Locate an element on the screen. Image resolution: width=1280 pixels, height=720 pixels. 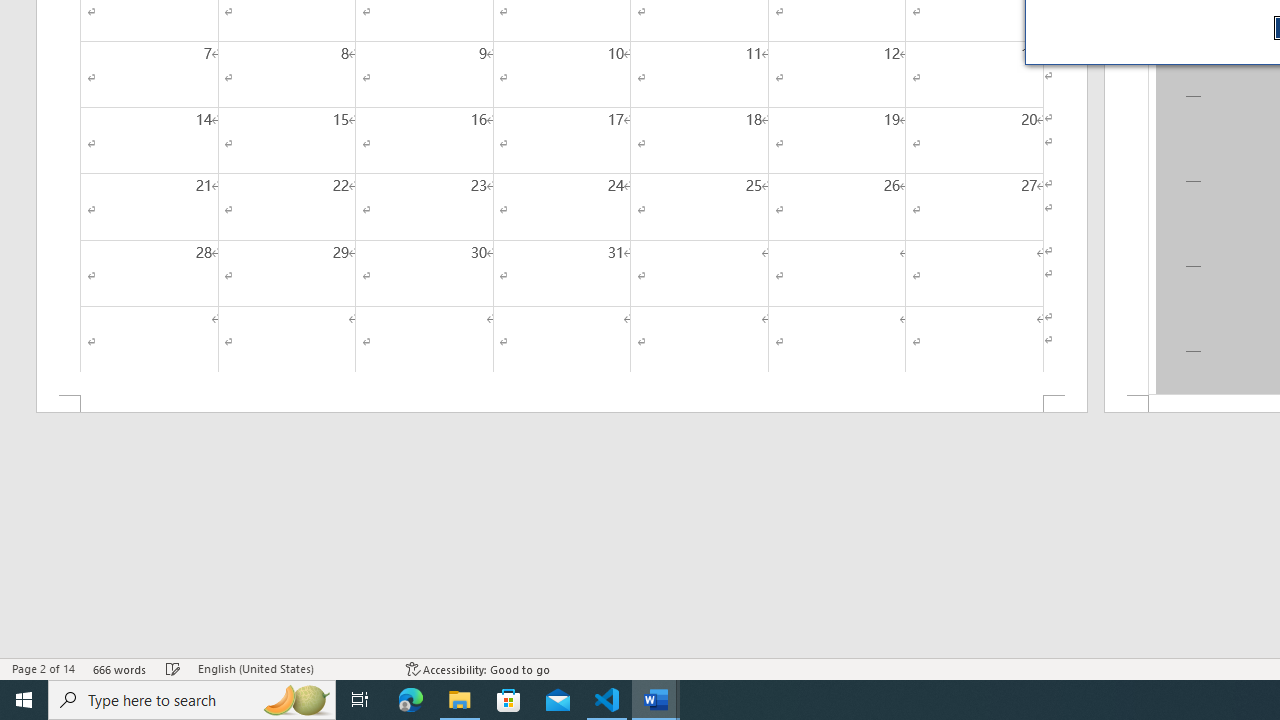
'Task View' is located at coordinates (359, 698).